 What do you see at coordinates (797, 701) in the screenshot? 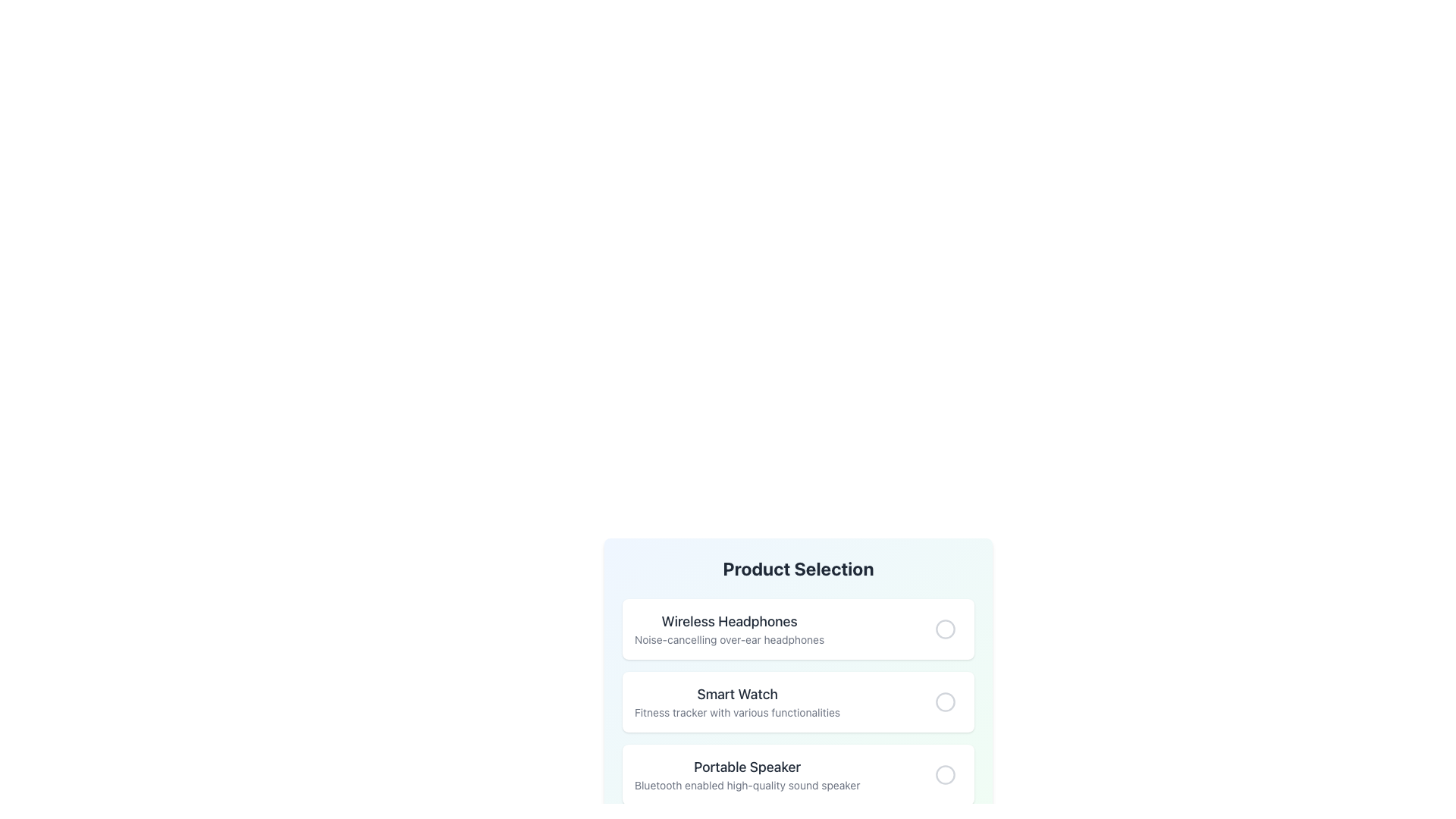
I see `description of the Information Card, which features 'Smart Watch' in bold and a circular button on the right side` at bounding box center [797, 701].